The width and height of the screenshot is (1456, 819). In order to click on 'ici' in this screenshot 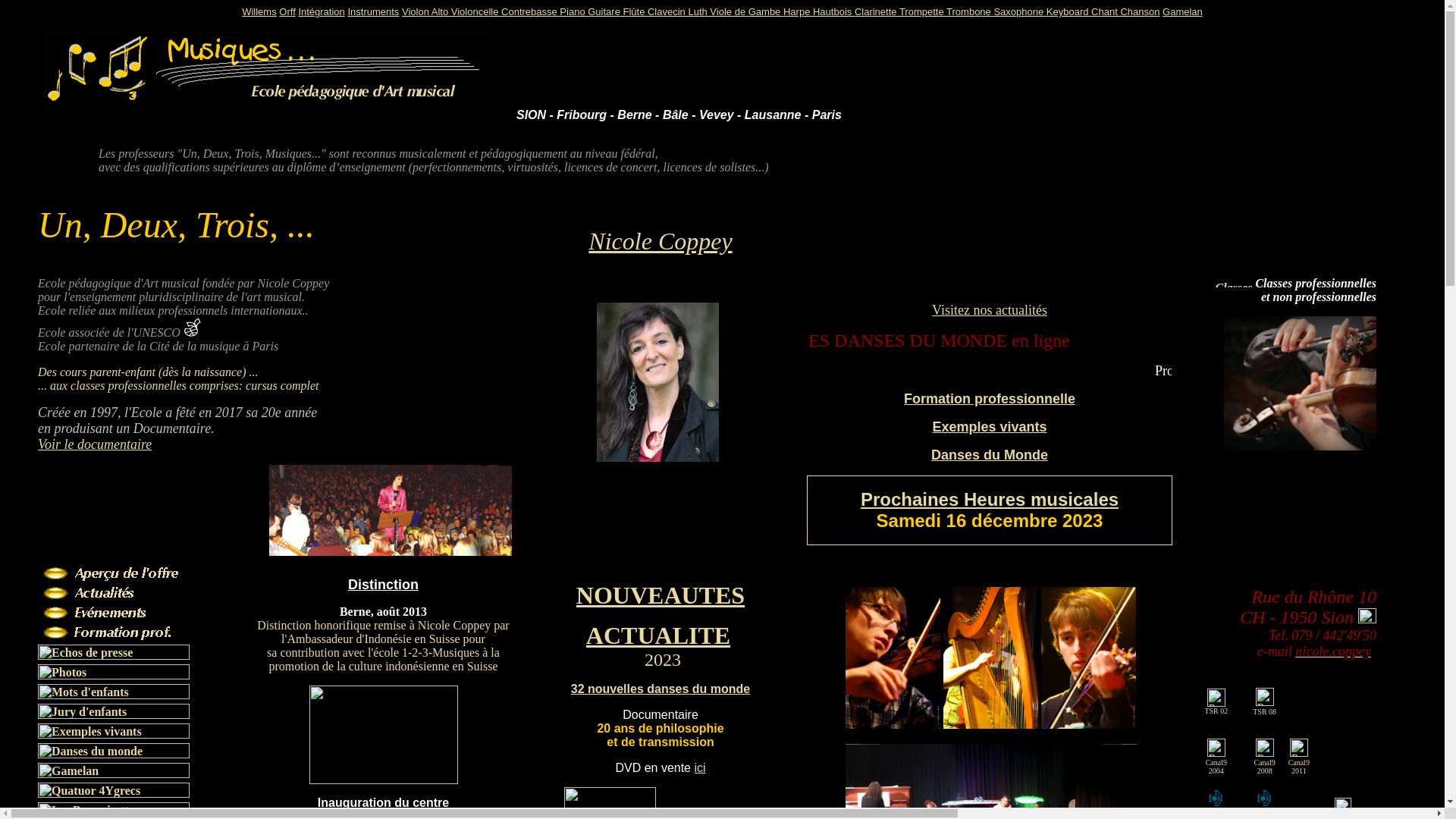, I will do `click(693, 767)`.